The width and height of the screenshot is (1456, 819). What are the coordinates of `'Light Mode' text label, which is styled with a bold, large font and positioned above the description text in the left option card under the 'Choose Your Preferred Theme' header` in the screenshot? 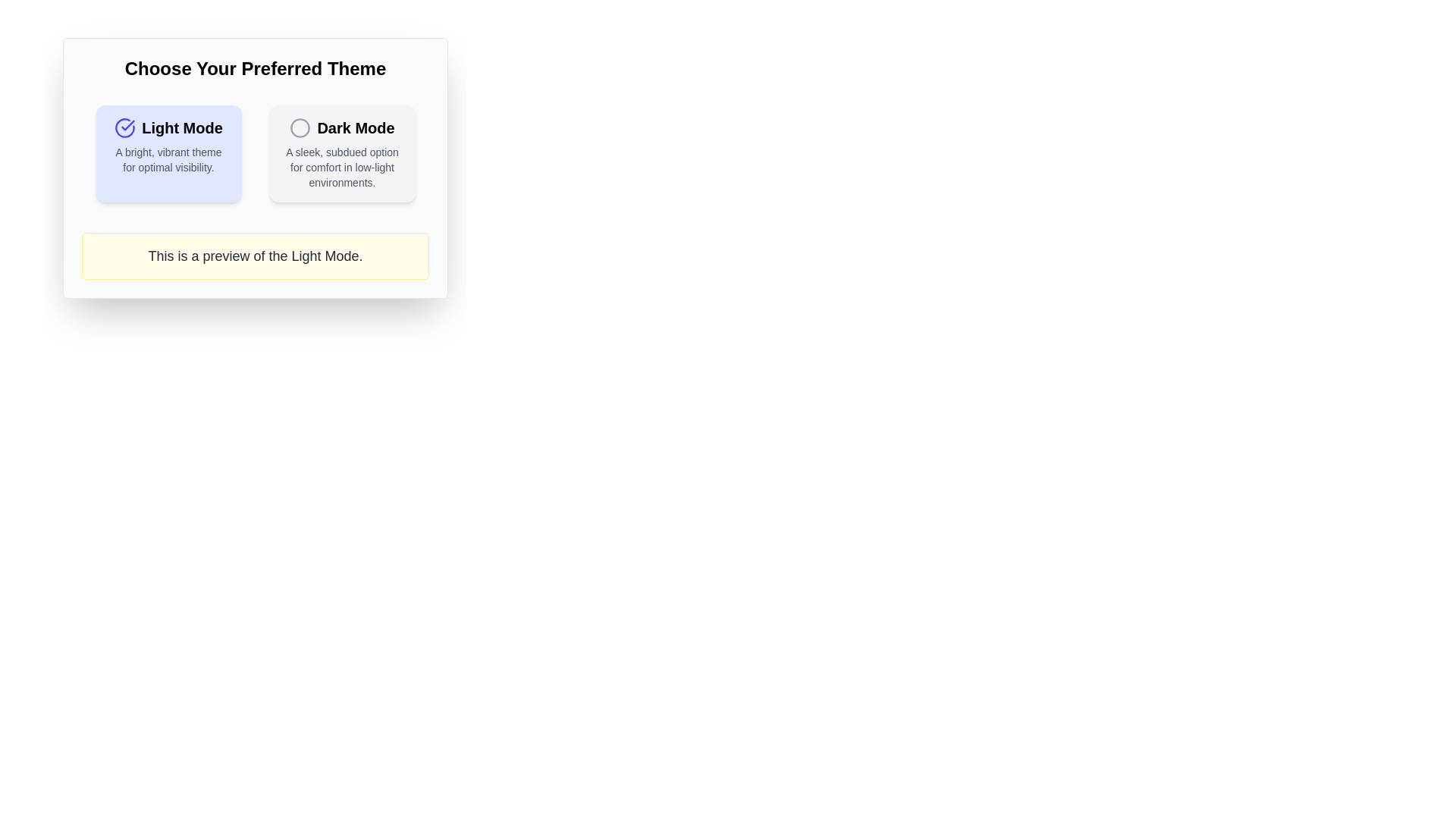 It's located at (168, 127).